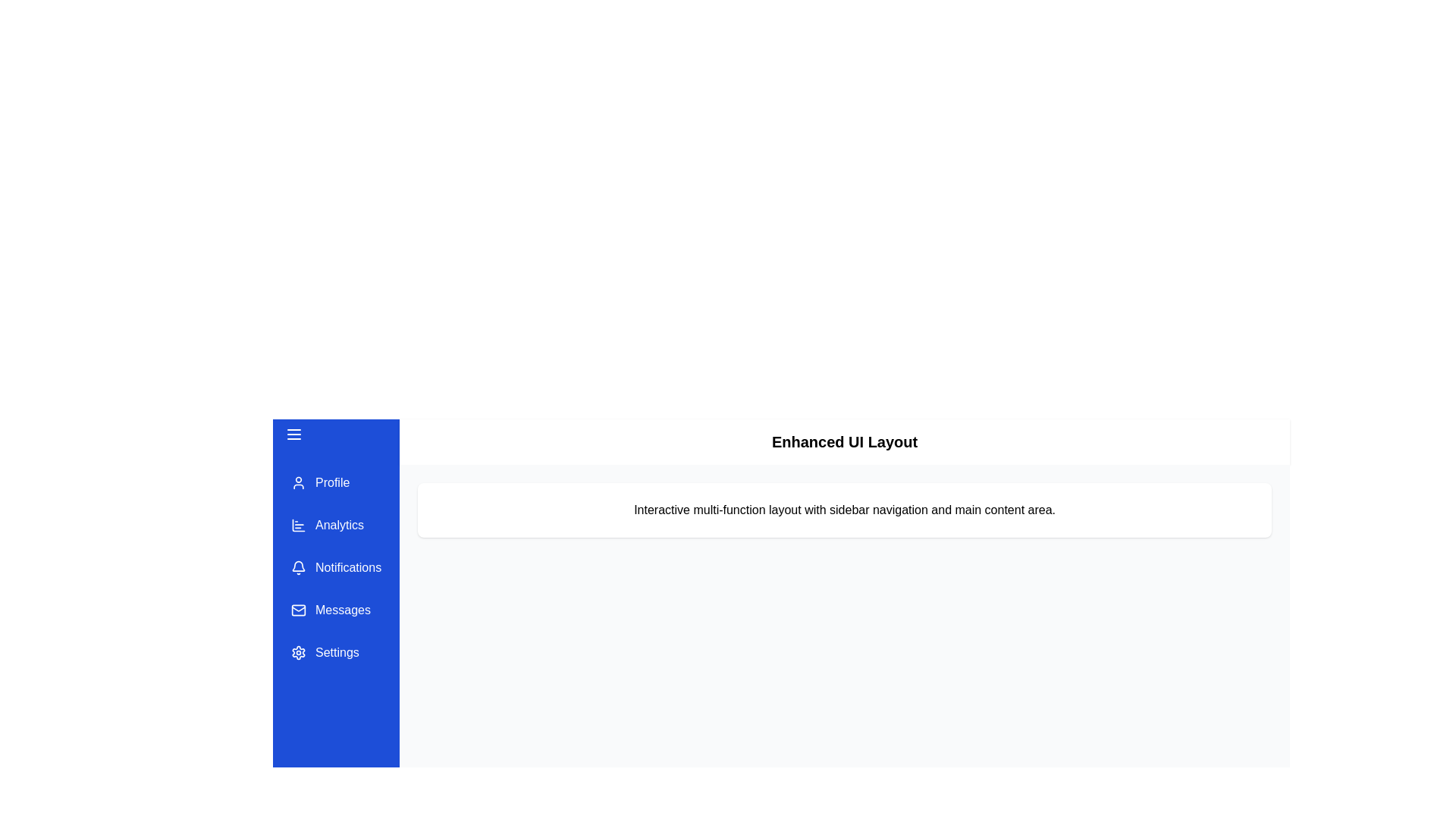  Describe the element at coordinates (330, 610) in the screenshot. I see `the navigation button for 'Messages', which is the fourth item in the vertically stacked menu on the left sidebar, positioned below 'Notifications' and above 'Settings'` at that location.